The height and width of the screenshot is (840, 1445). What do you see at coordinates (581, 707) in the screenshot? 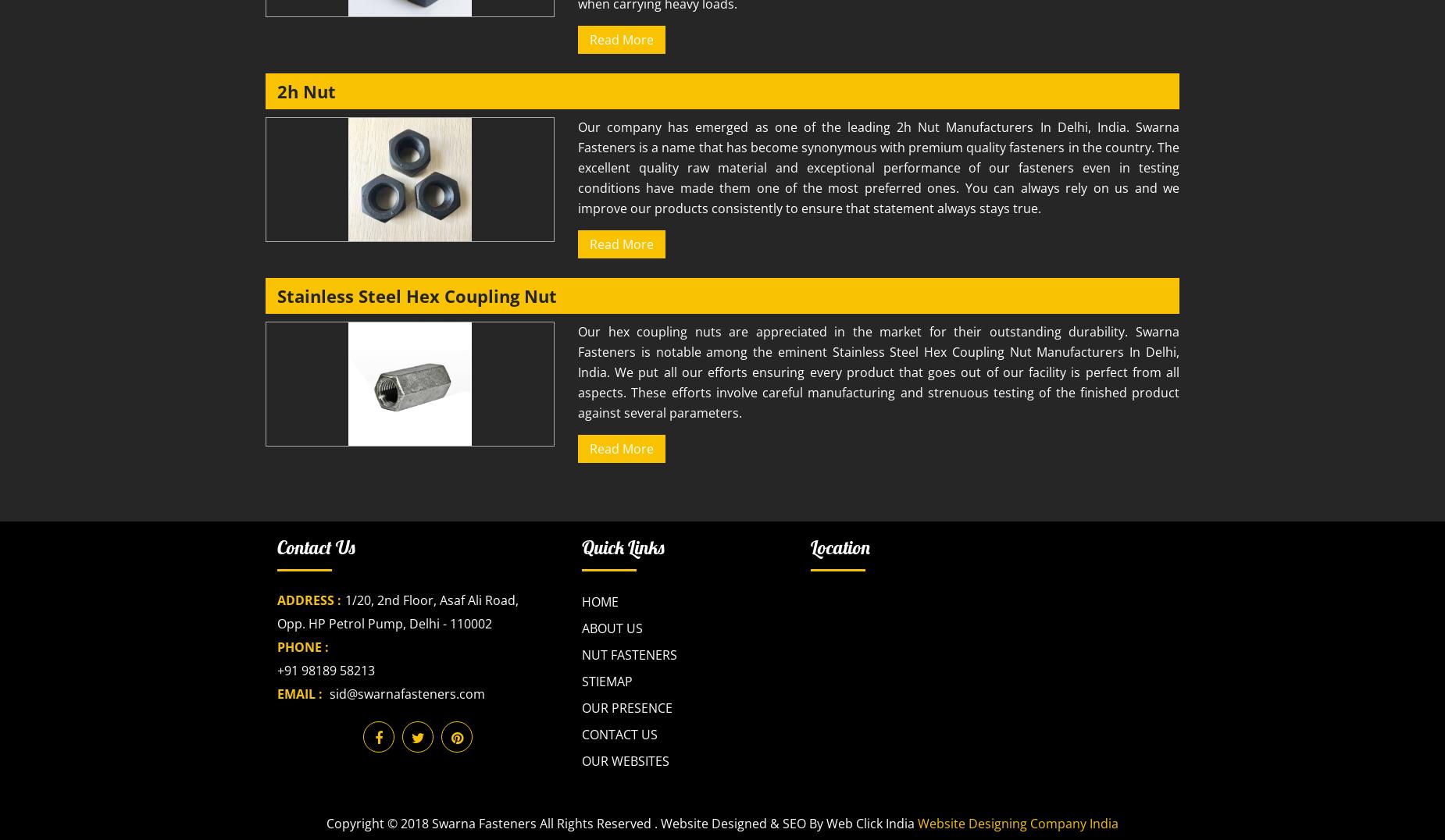
I see `'Our Presence'` at bounding box center [581, 707].